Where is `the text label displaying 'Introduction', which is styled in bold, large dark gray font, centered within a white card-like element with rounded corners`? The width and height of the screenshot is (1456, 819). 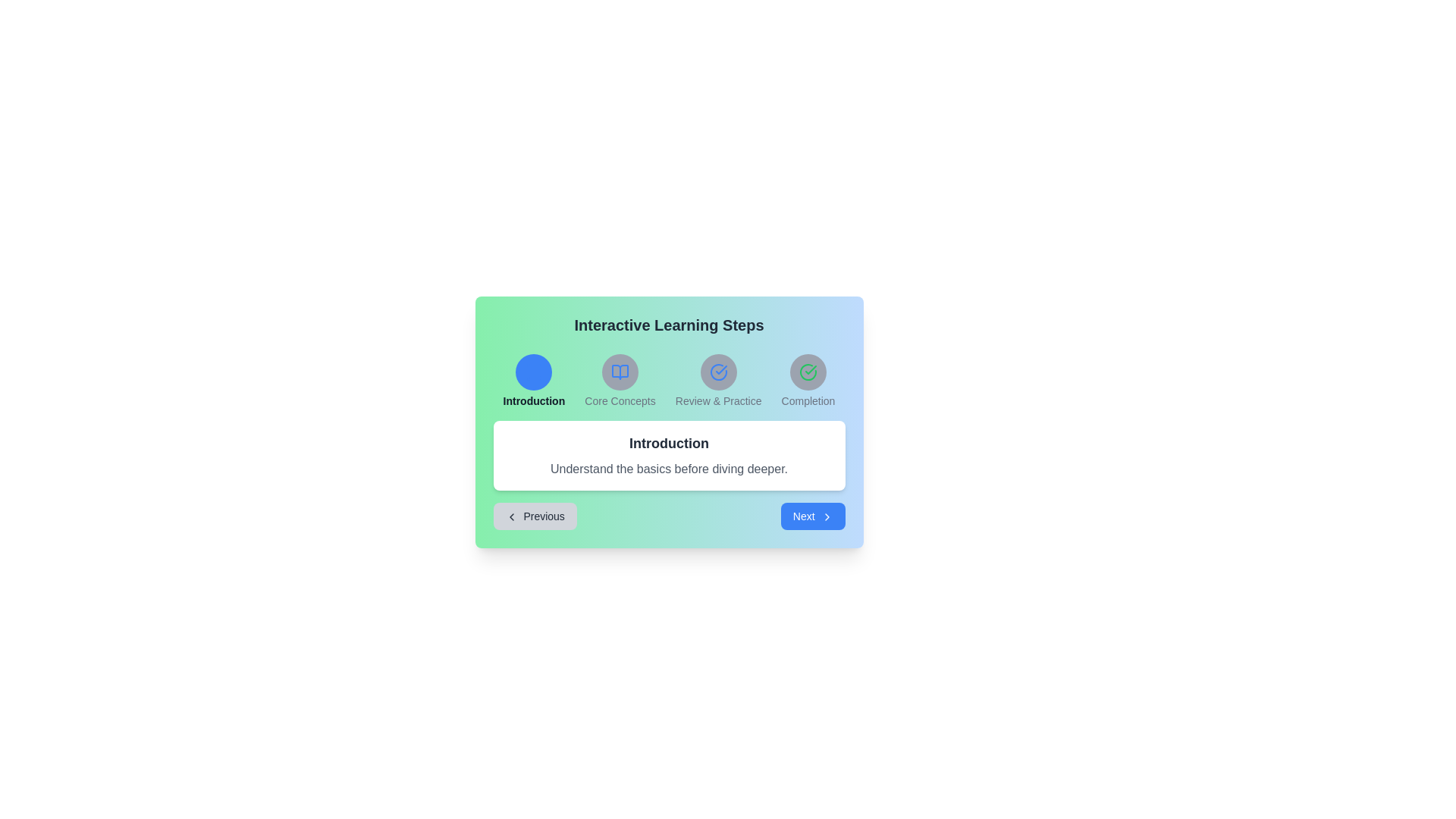
the text label displaying 'Introduction', which is styled in bold, large dark gray font, centered within a white card-like element with rounded corners is located at coordinates (668, 444).